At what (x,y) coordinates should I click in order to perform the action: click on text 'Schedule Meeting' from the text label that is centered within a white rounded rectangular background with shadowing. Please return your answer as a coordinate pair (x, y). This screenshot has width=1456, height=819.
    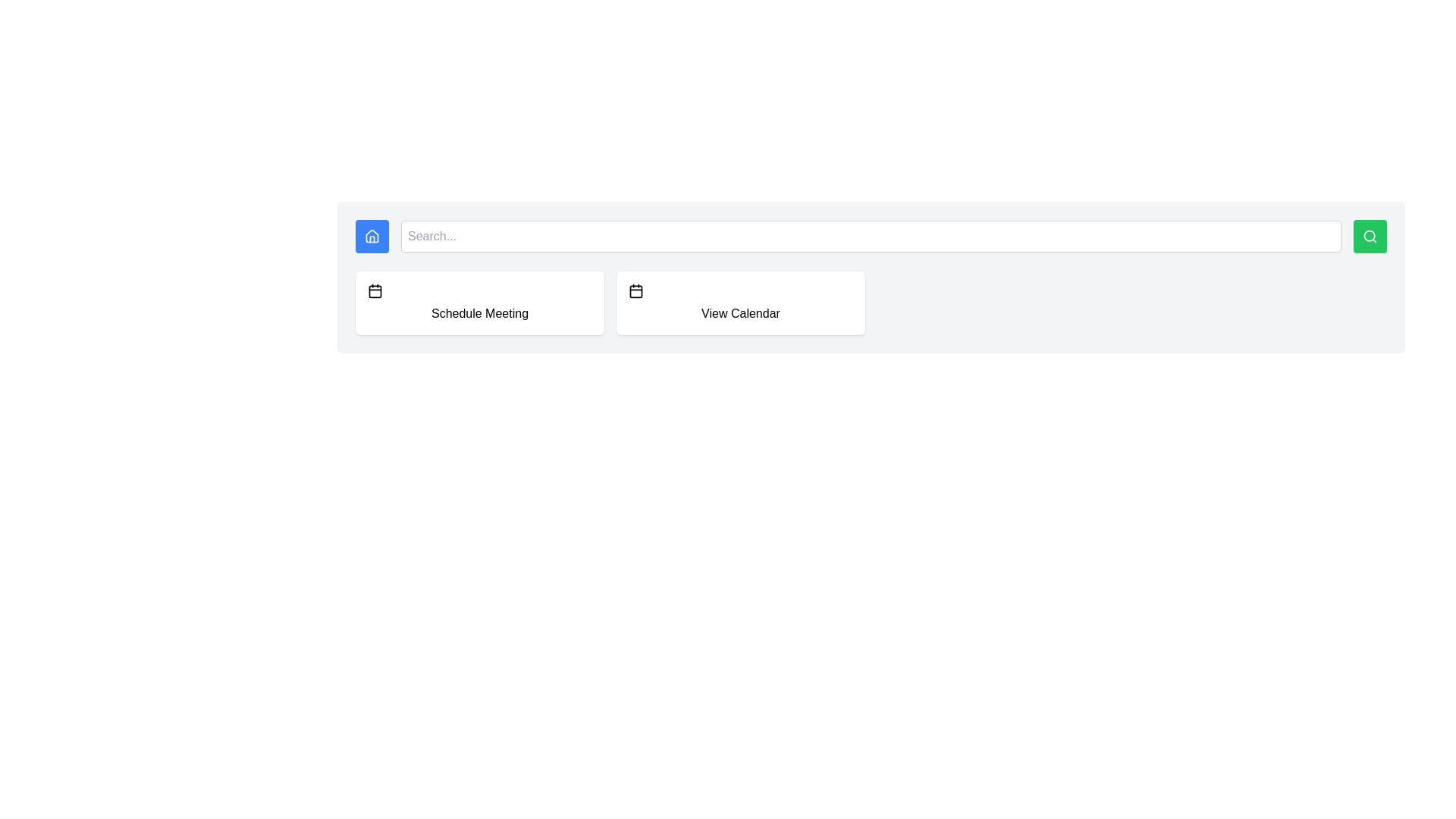
    Looking at the image, I should click on (479, 312).